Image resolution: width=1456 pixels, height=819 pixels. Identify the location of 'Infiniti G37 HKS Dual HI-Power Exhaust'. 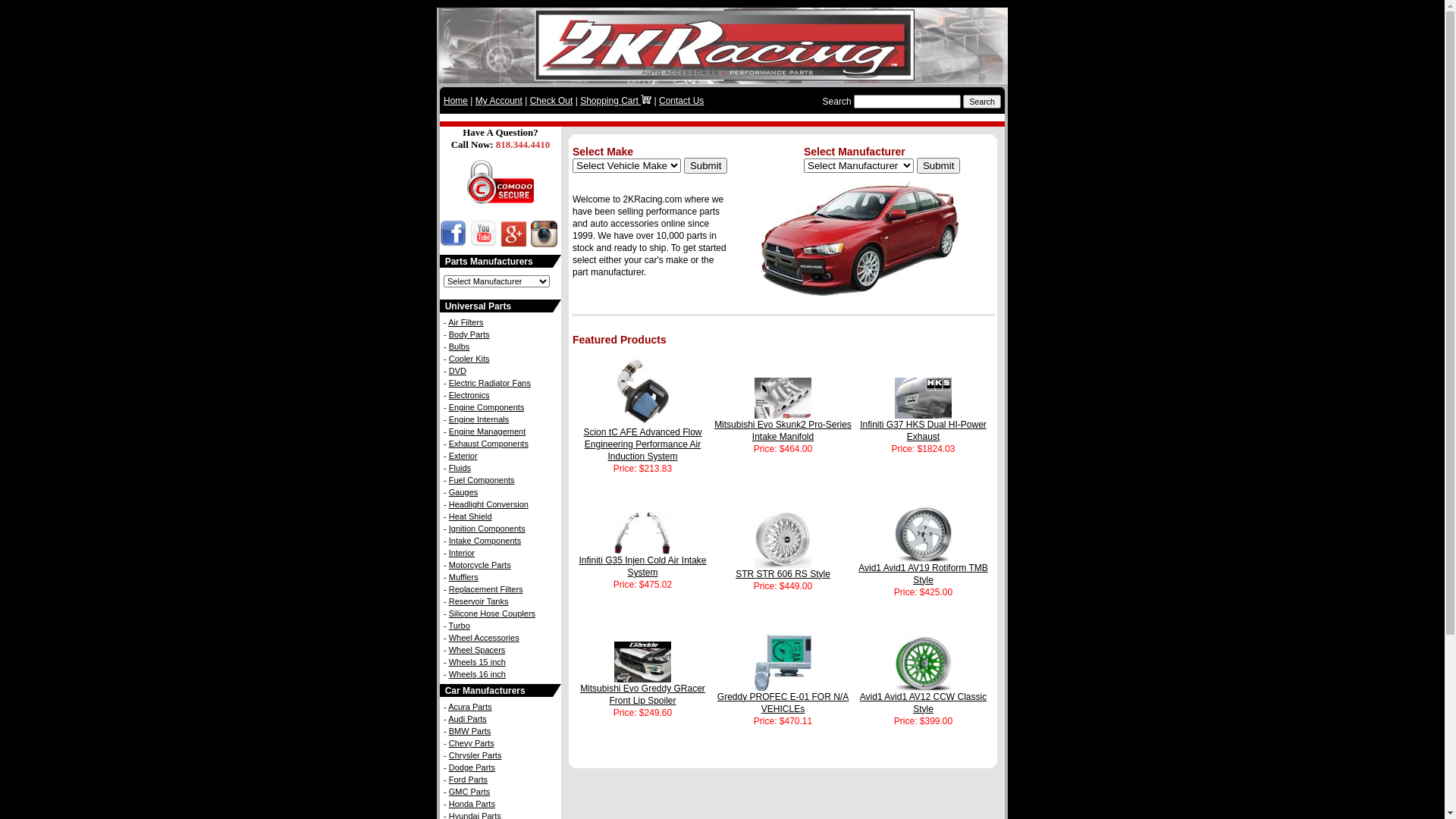
(922, 426).